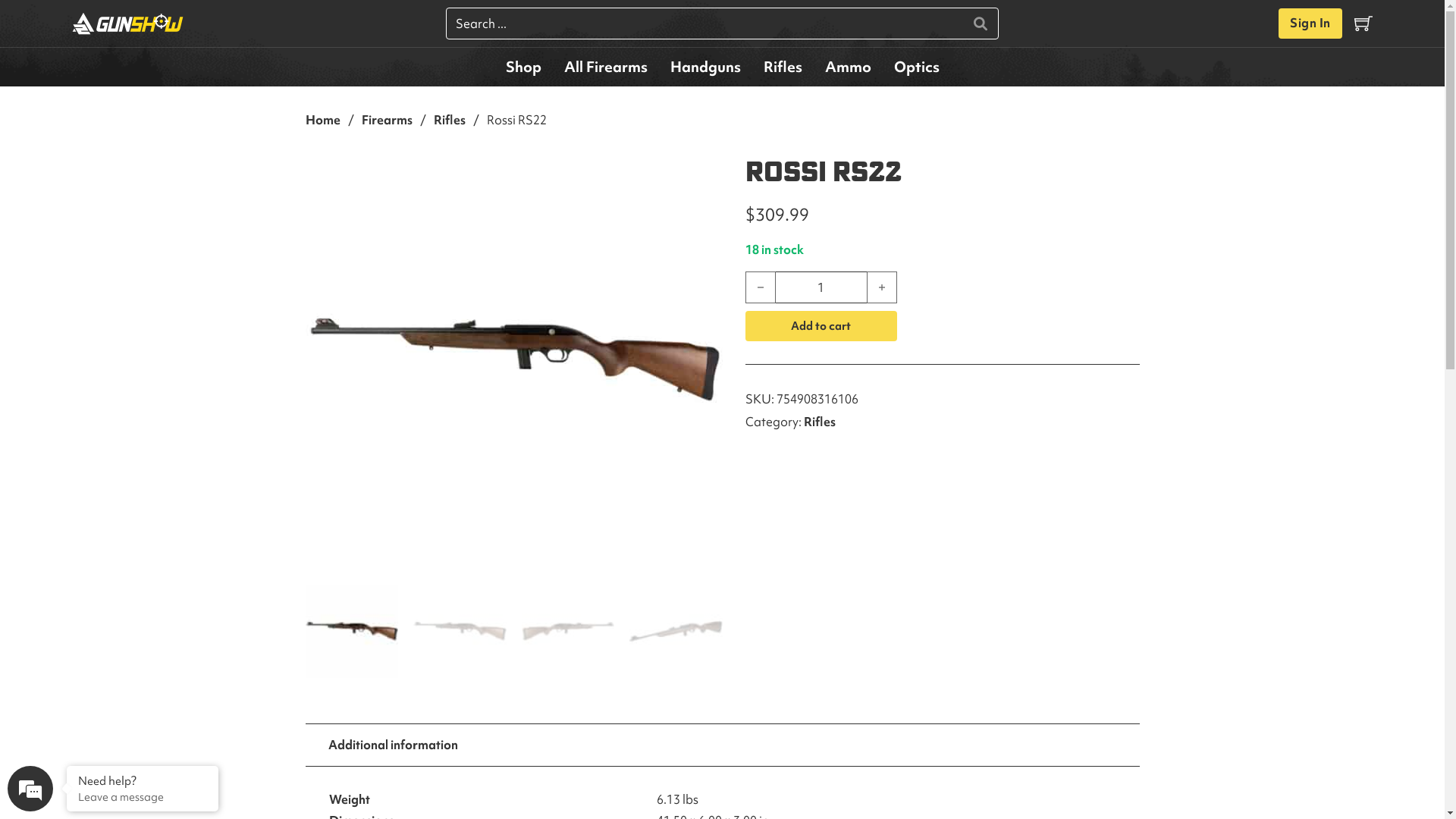 The width and height of the screenshot is (1456, 819). What do you see at coordinates (449, 119) in the screenshot?
I see `'Rifles'` at bounding box center [449, 119].